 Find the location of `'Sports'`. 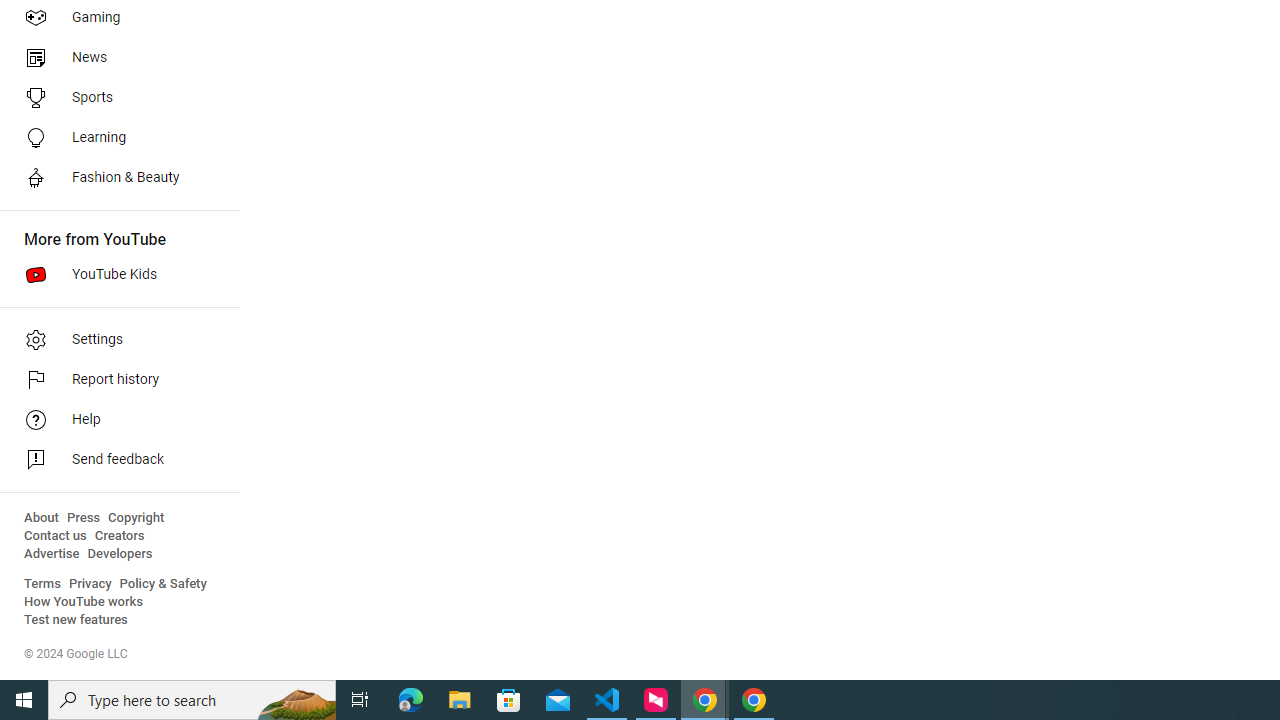

'Sports' is located at coordinates (112, 97).